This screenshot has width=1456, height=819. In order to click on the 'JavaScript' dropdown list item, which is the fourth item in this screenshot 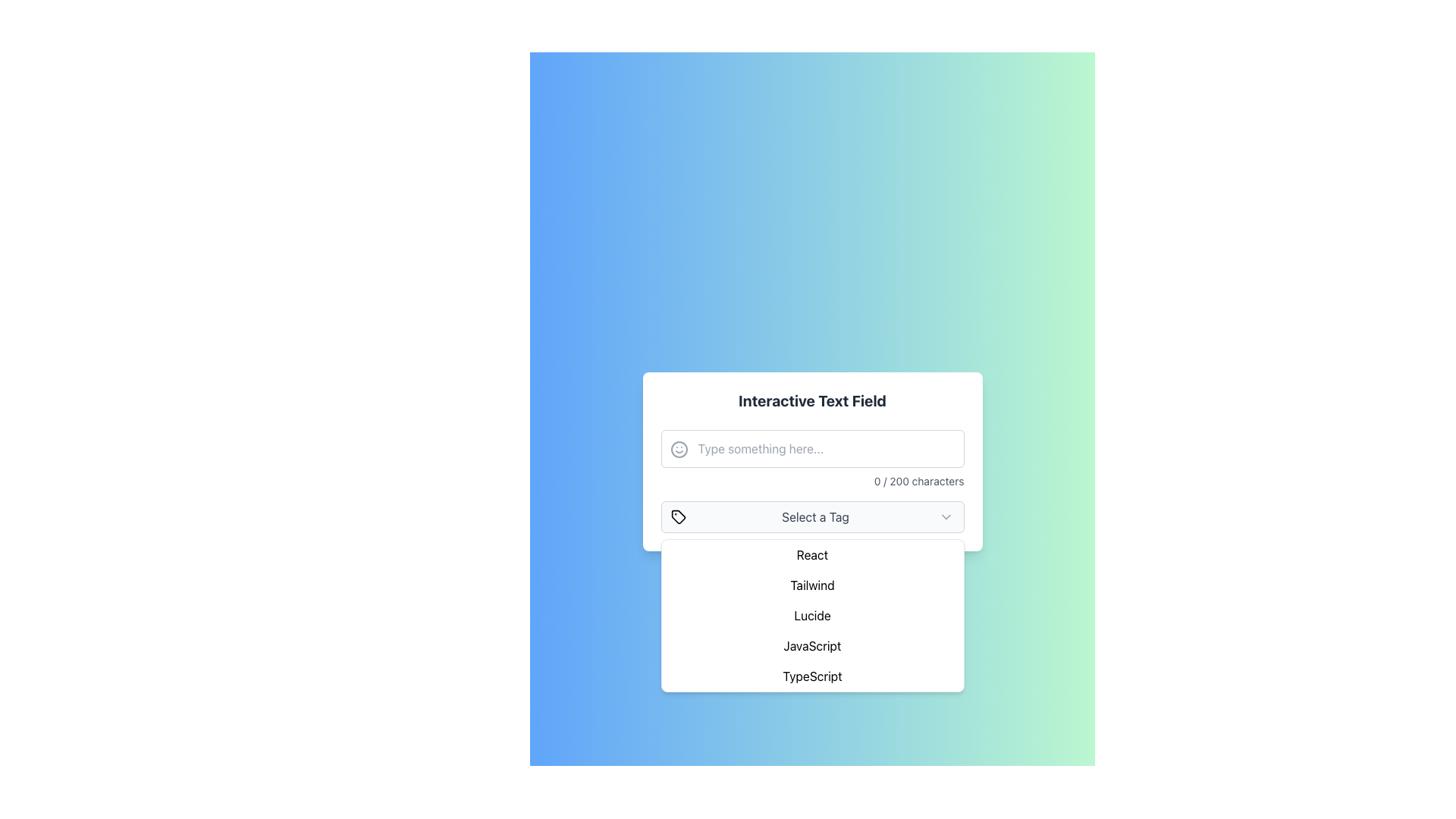, I will do `click(811, 646)`.